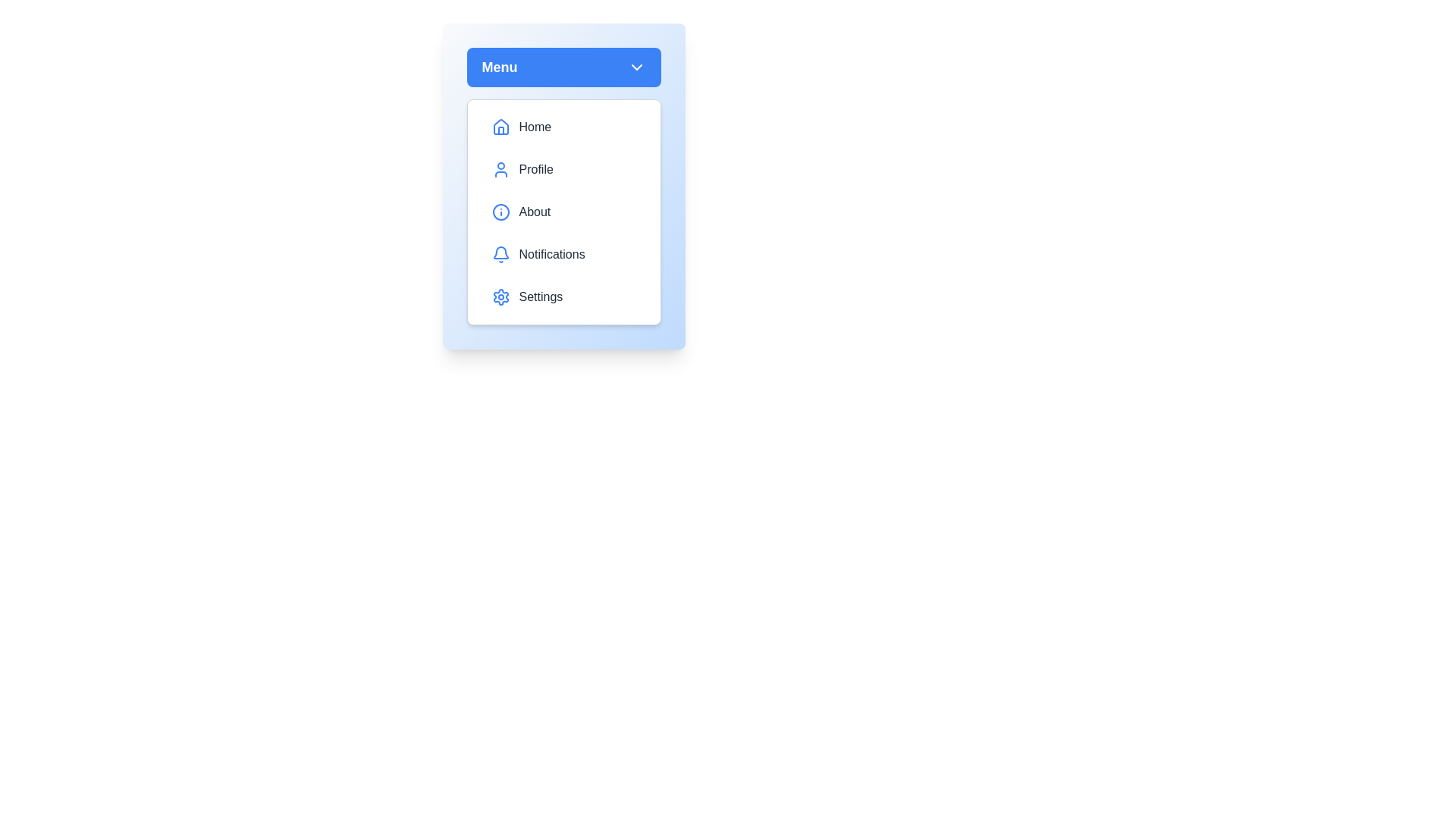 The image size is (1456, 819). I want to click on the menu option Home to highlight it, so click(563, 127).